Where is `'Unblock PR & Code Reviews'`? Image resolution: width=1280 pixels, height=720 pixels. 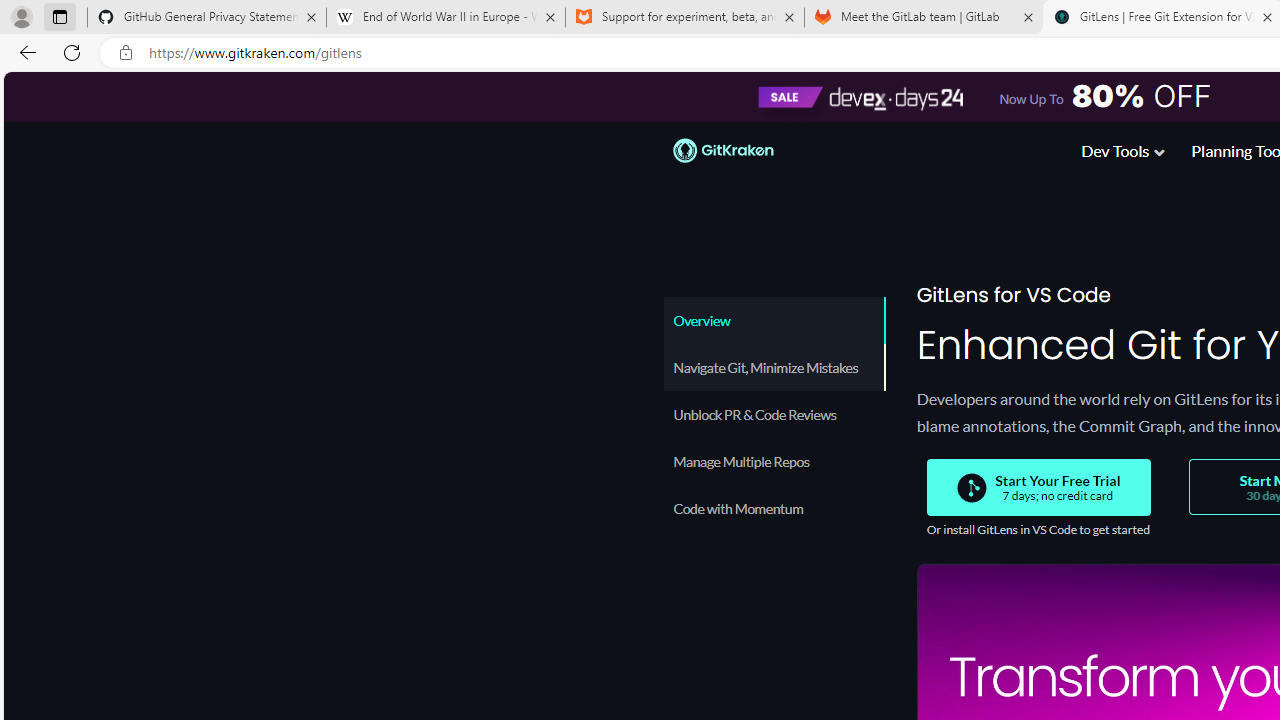
'Unblock PR & Code Reviews' is located at coordinates (773, 413).